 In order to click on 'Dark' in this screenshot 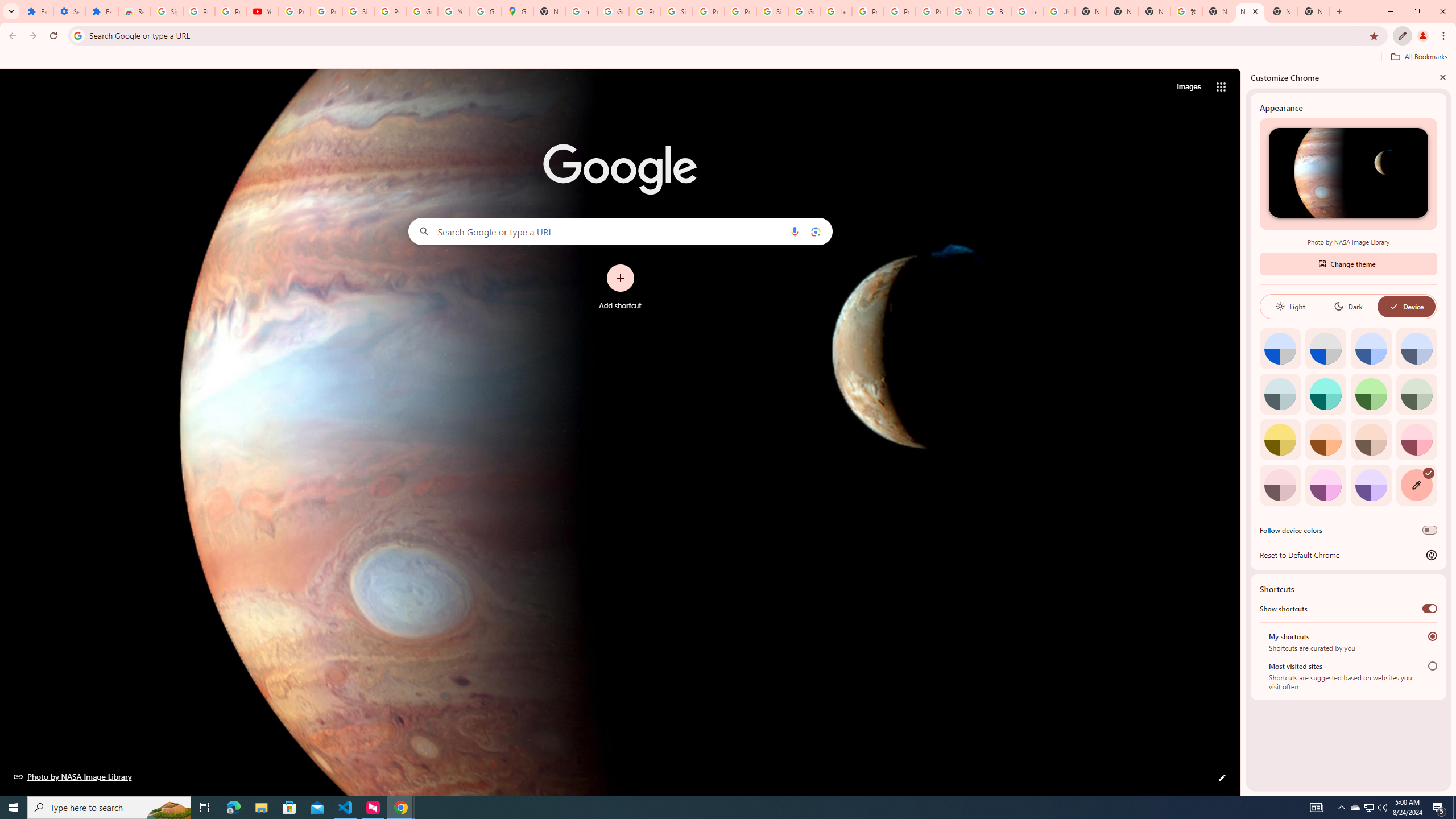, I will do `click(1347, 305)`.